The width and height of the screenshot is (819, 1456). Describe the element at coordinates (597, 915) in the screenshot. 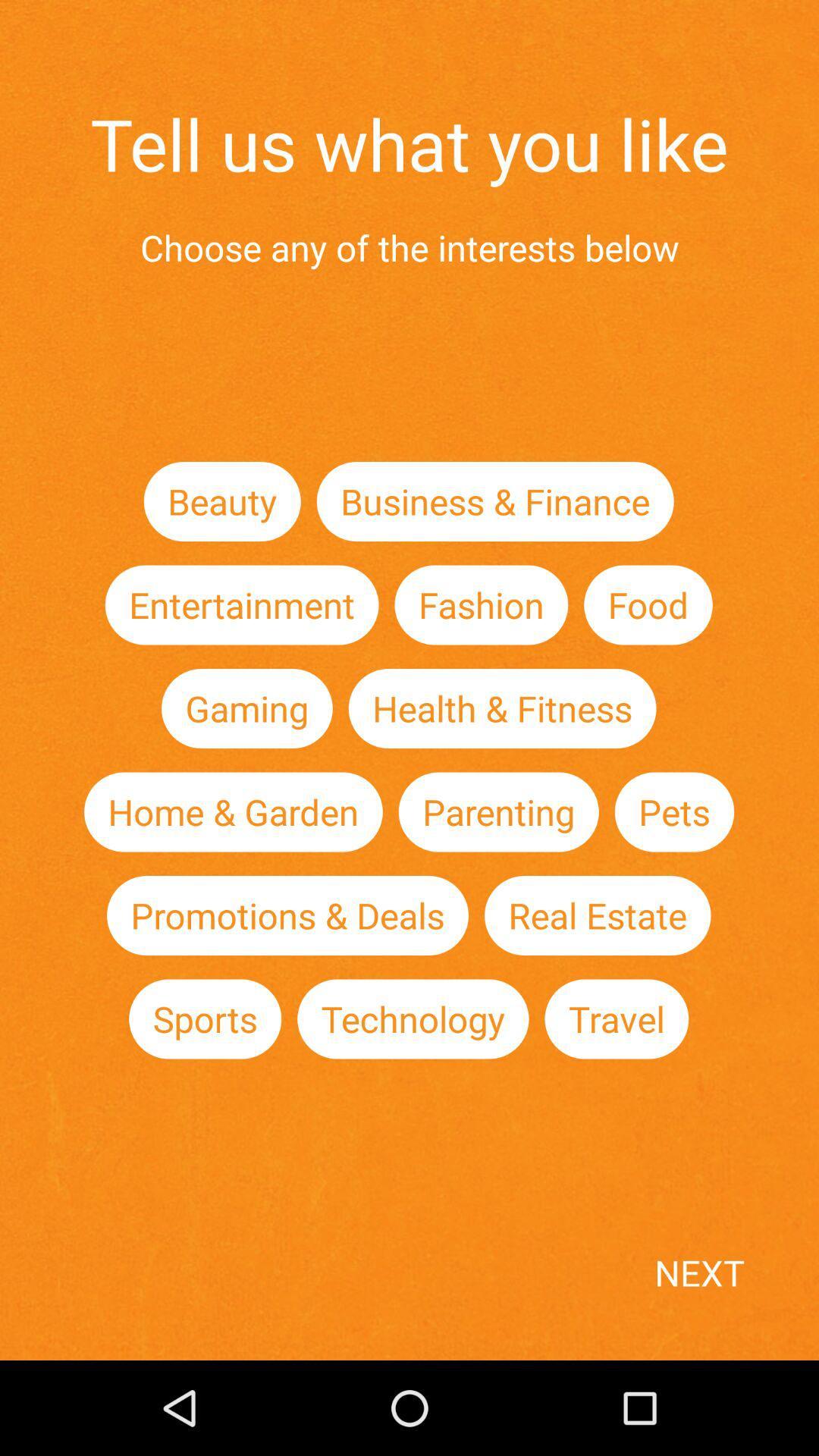

I see `the real estate item` at that location.